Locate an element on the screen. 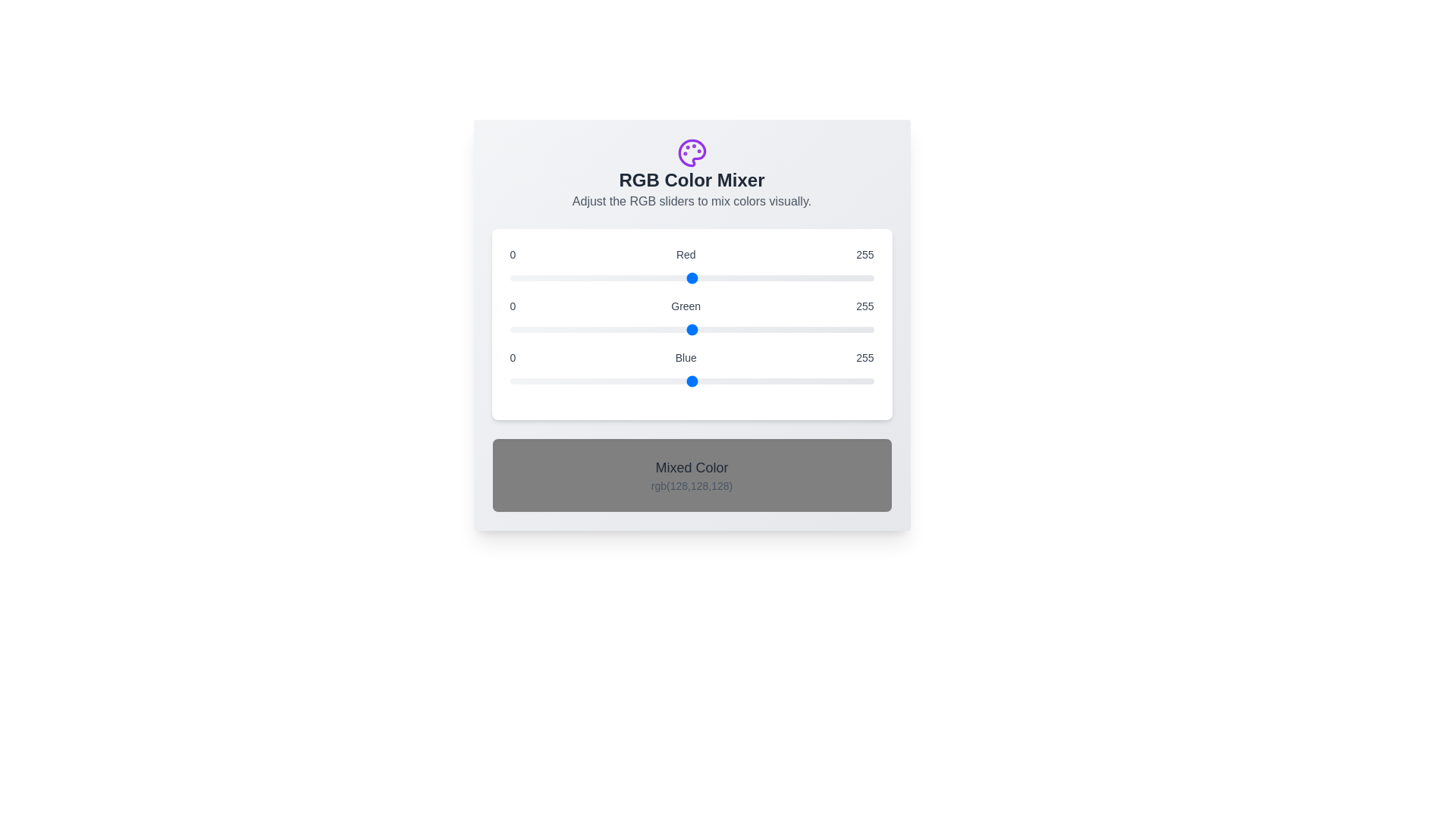  the blue slider to a specific value 182 within the range 0 to 255 is located at coordinates (770, 380).